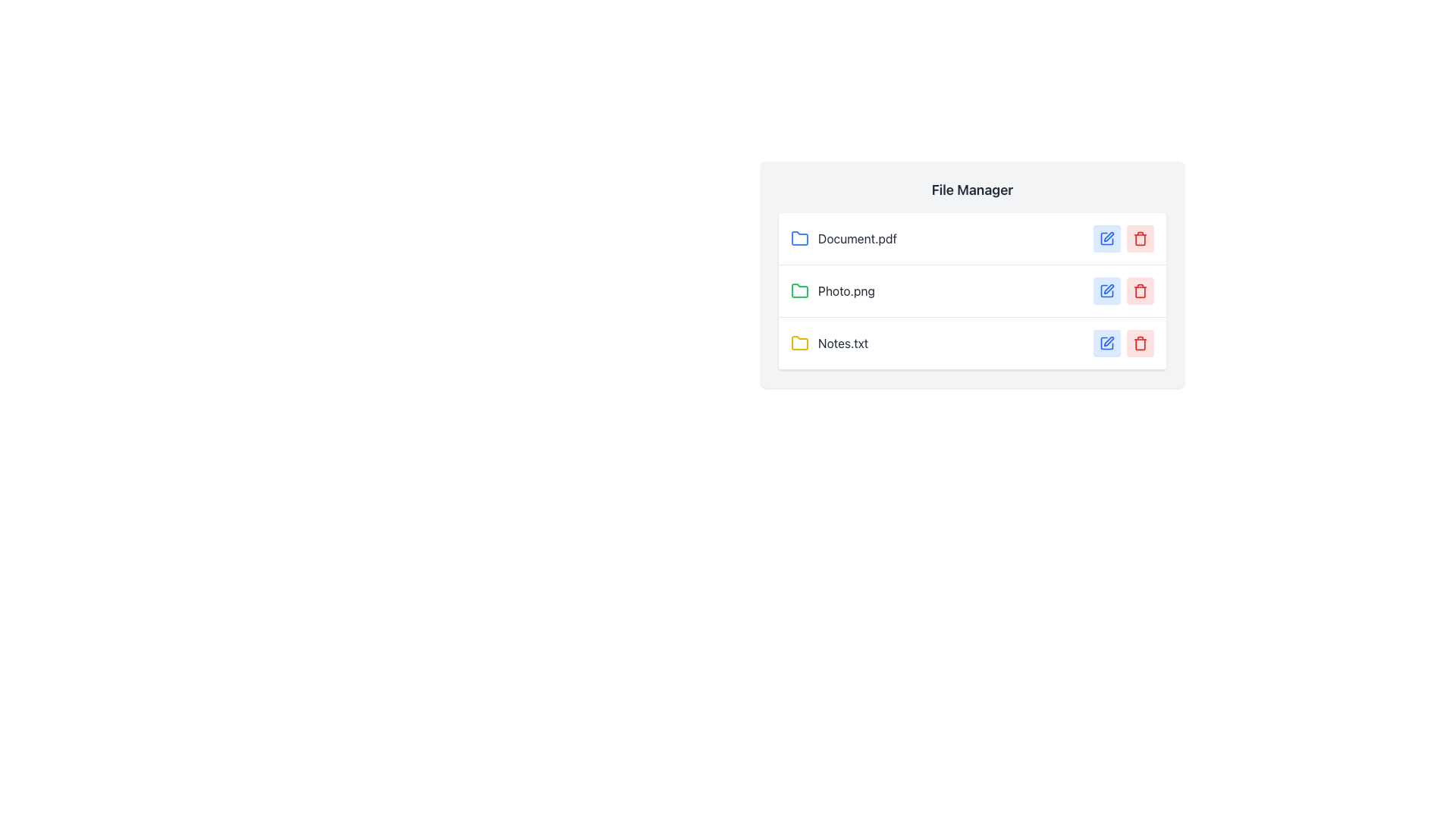  What do you see at coordinates (972, 189) in the screenshot?
I see `the Text Header at the top of the file manager interface, which serves as the title for the file manager` at bounding box center [972, 189].